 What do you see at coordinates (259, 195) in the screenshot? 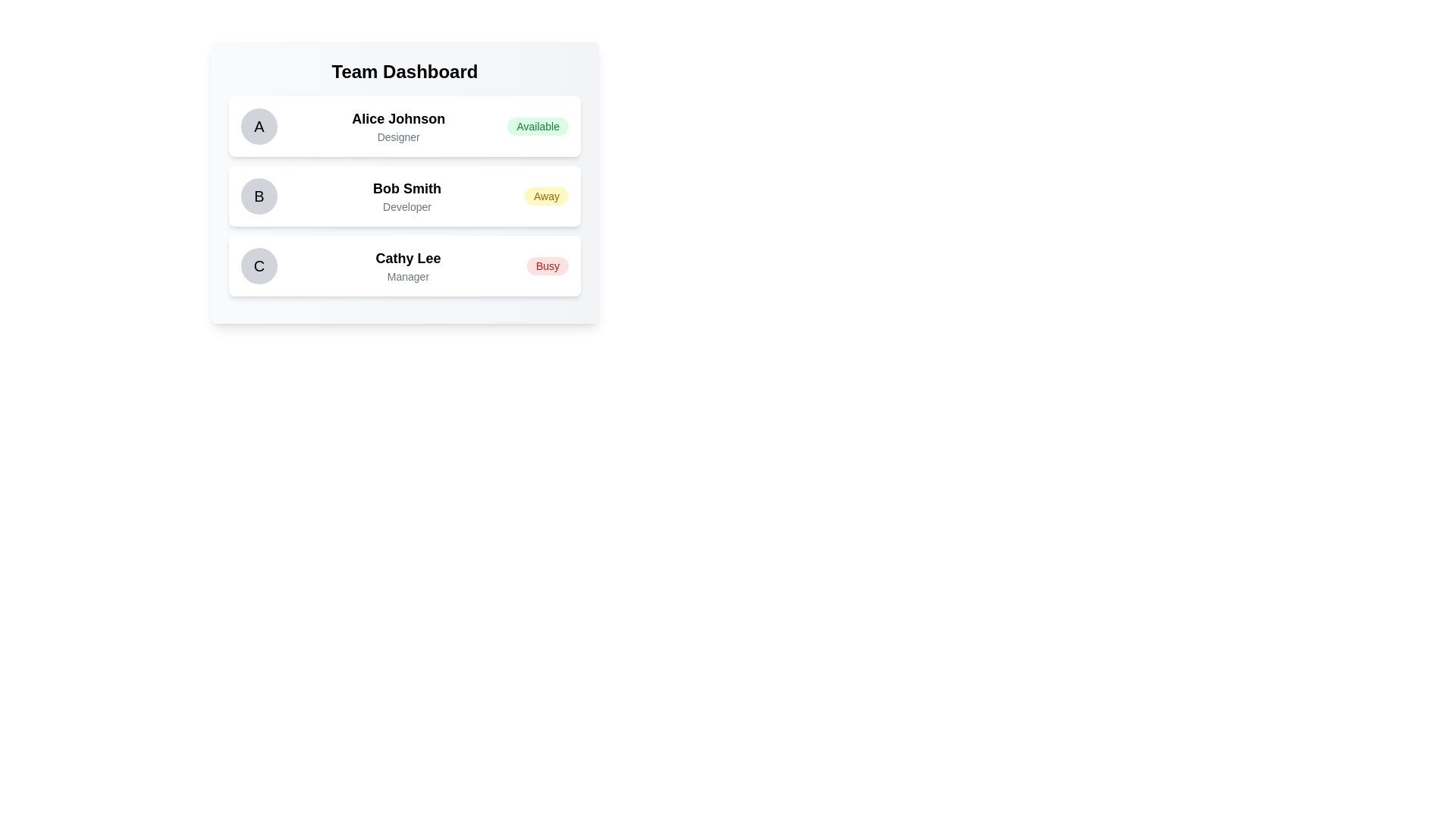
I see `the Avatar placeholder for 'Bob Smith'` at bounding box center [259, 195].